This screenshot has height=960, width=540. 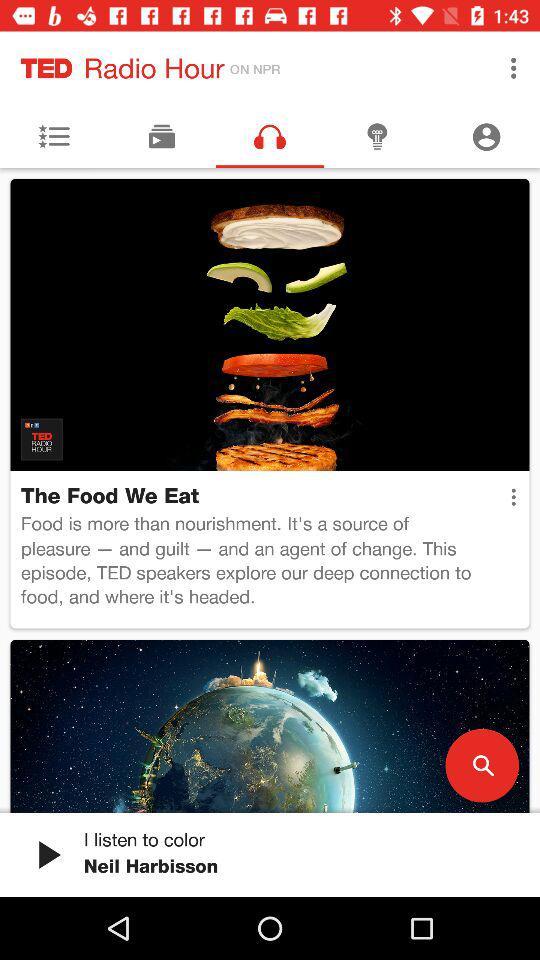 I want to click on the item below food is more icon, so click(x=481, y=764).